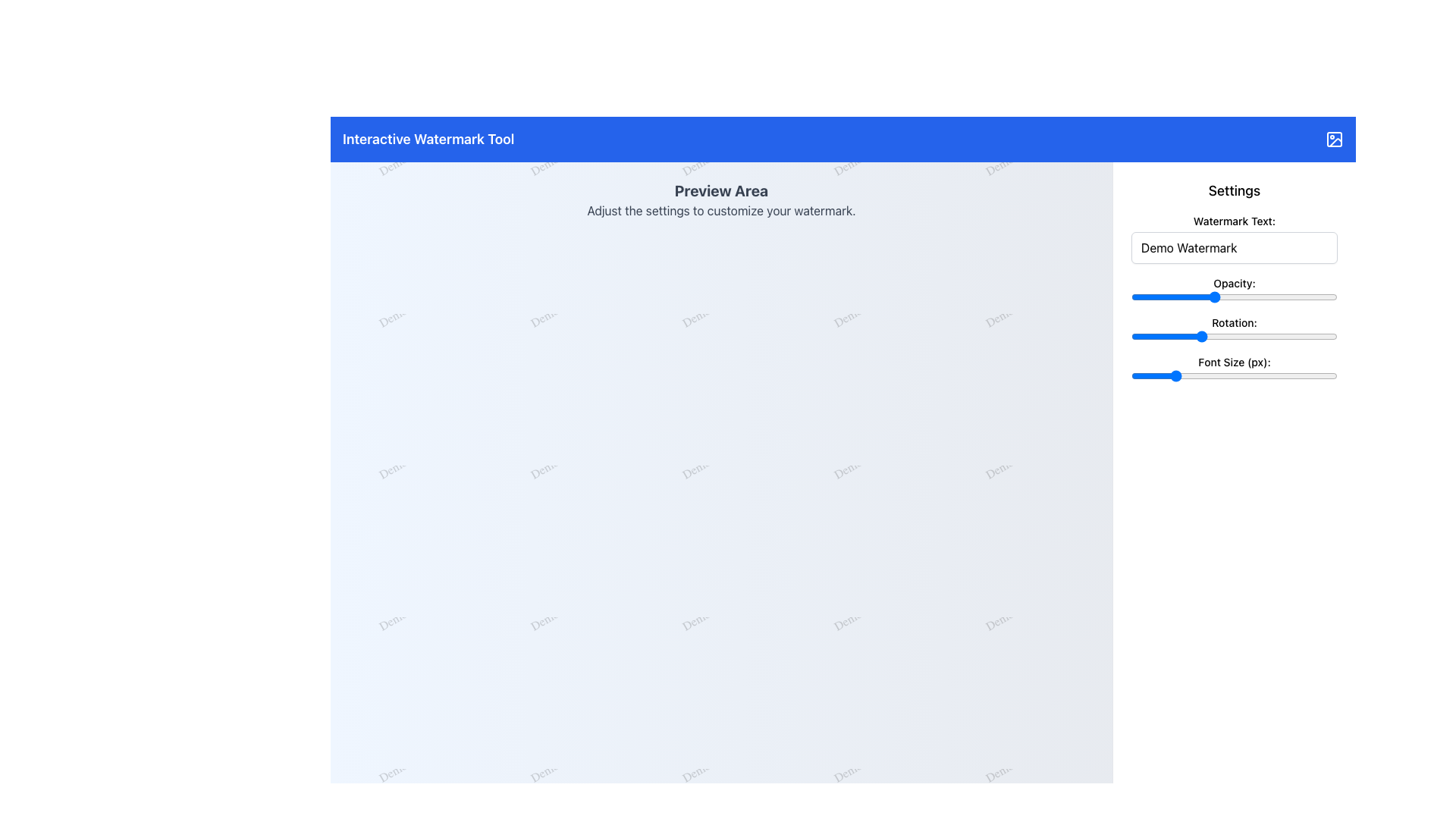 This screenshot has height=819, width=1456. Describe the element at coordinates (1158, 335) in the screenshot. I see `the rotation value of the slider` at that location.